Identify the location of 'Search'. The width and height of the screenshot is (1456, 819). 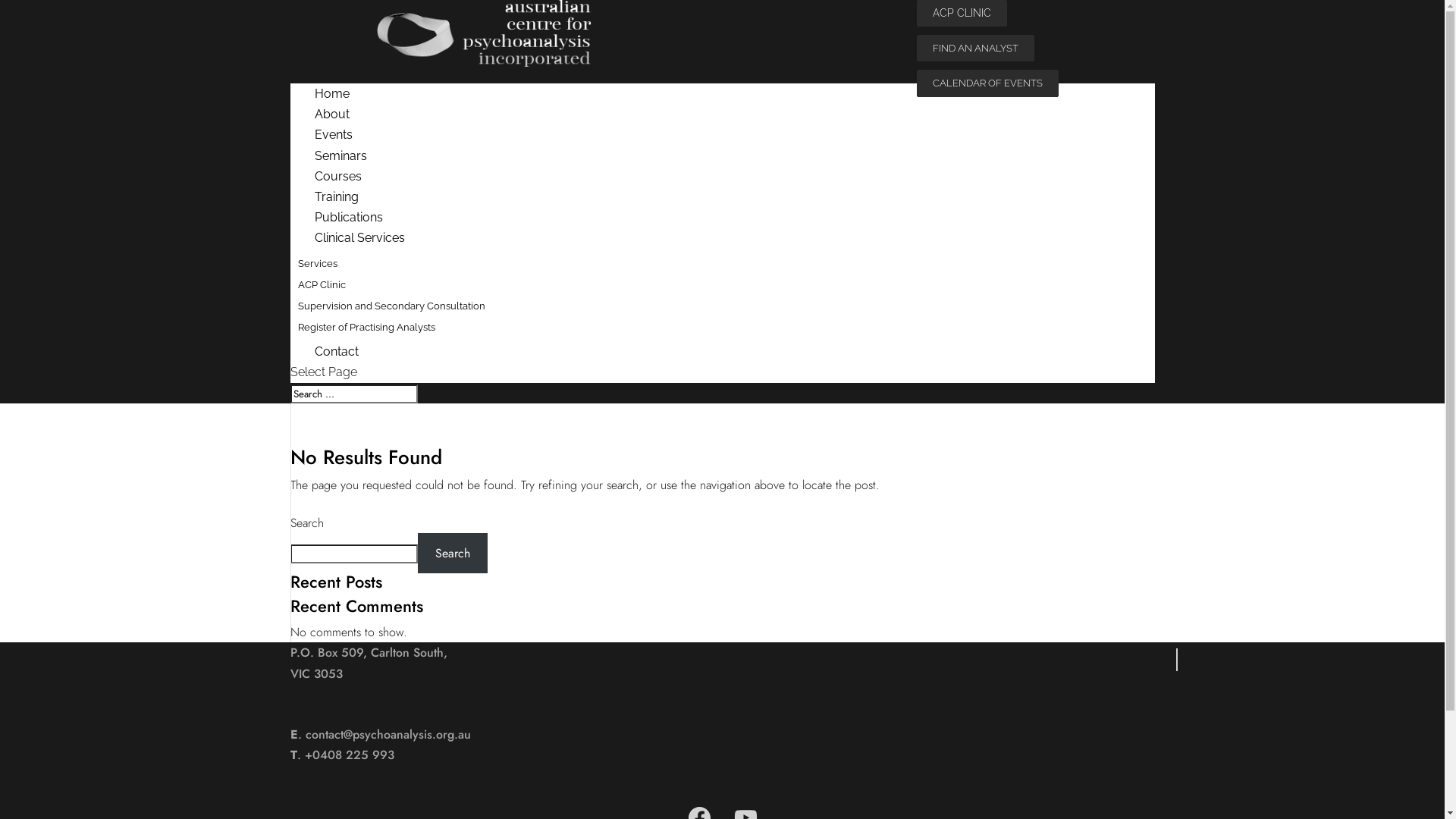
(451, 553).